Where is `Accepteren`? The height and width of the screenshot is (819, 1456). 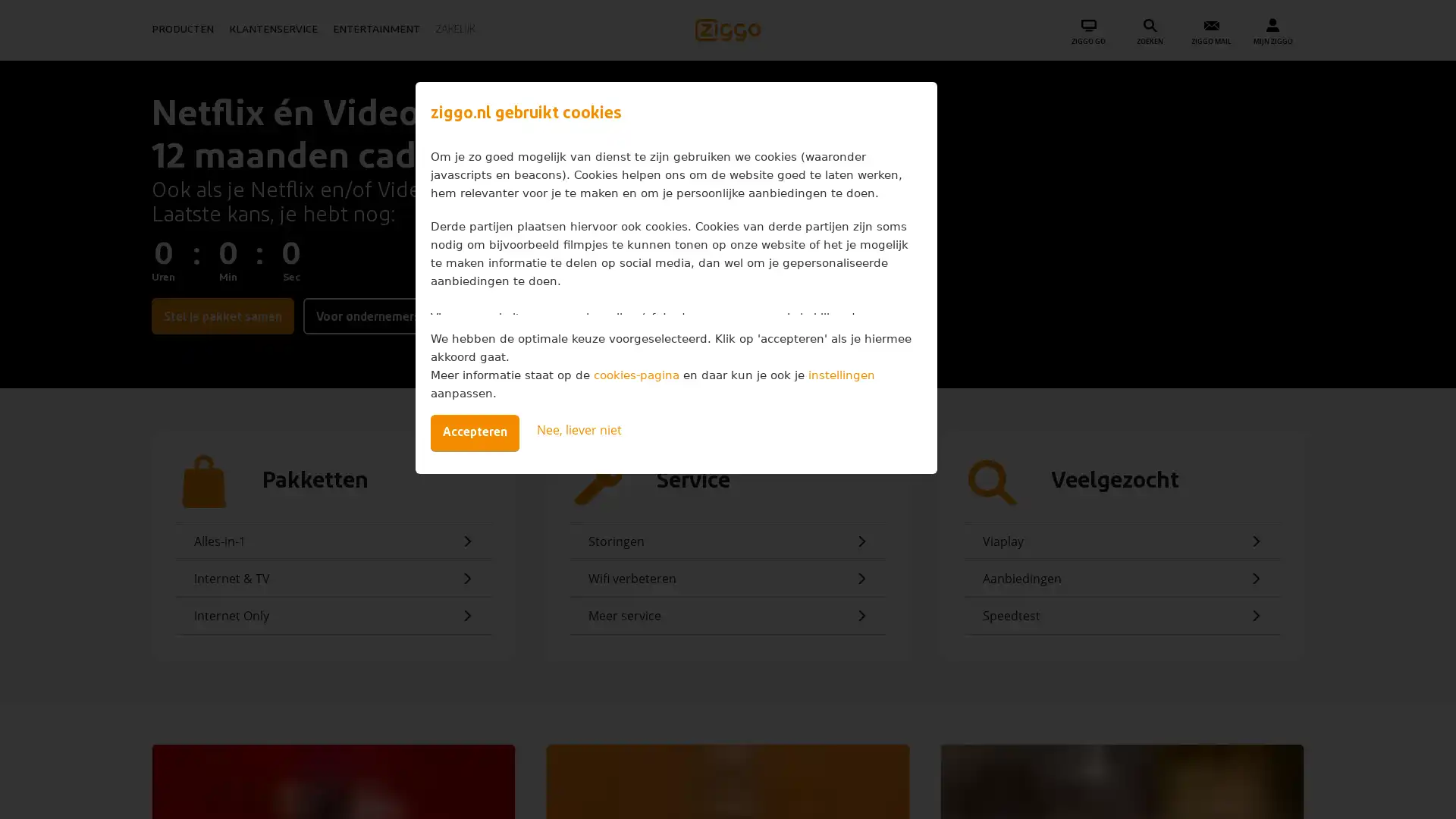
Accepteren is located at coordinates (473, 432).